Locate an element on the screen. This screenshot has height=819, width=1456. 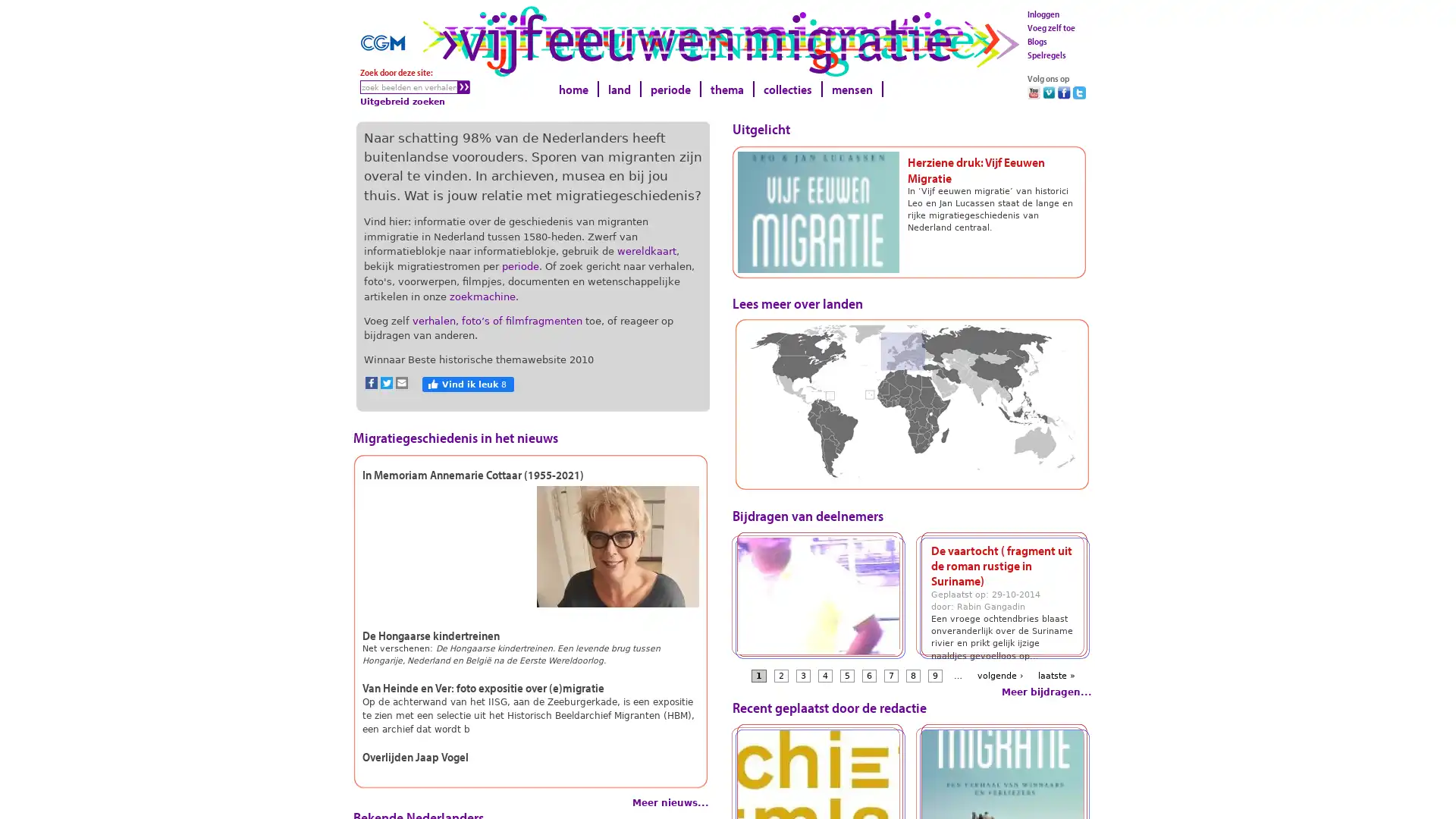
Zoeken is located at coordinates (463, 87).